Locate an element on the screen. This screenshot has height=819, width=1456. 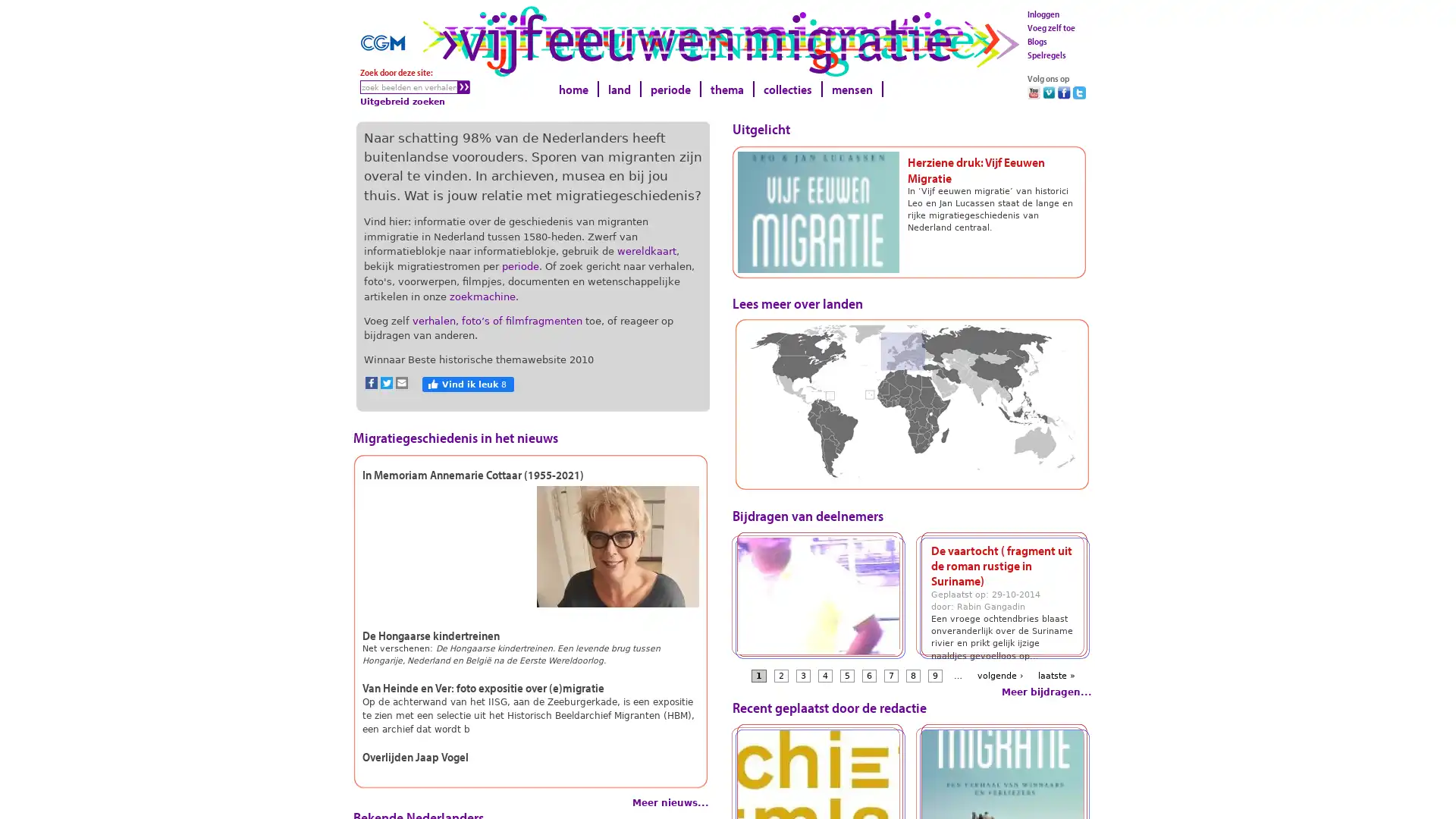
Zoeken is located at coordinates (463, 87).